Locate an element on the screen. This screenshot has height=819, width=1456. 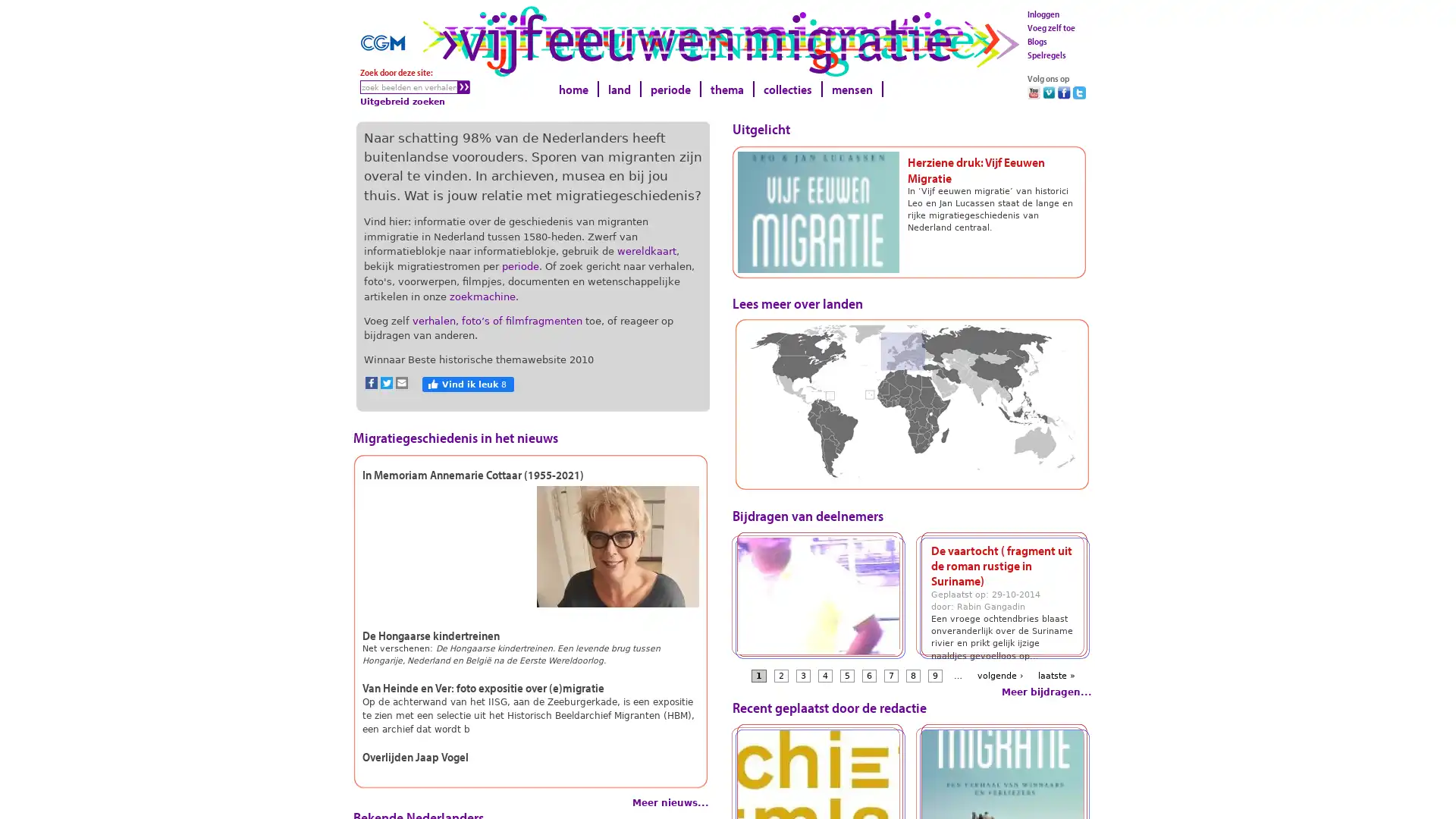
Zoeken is located at coordinates (463, 87).